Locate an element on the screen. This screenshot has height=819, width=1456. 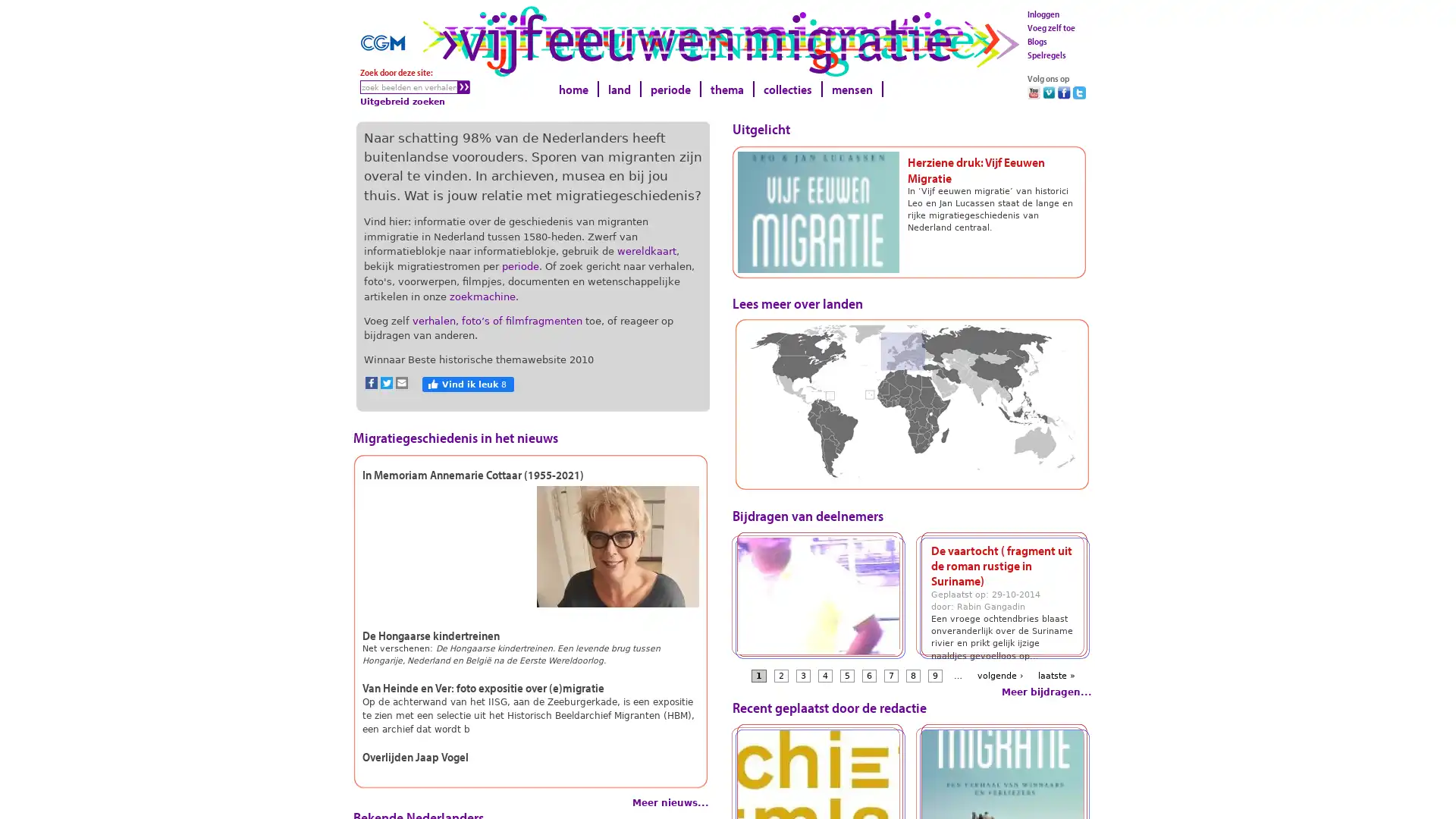
Zoeken is located at coordinates (463, 87).